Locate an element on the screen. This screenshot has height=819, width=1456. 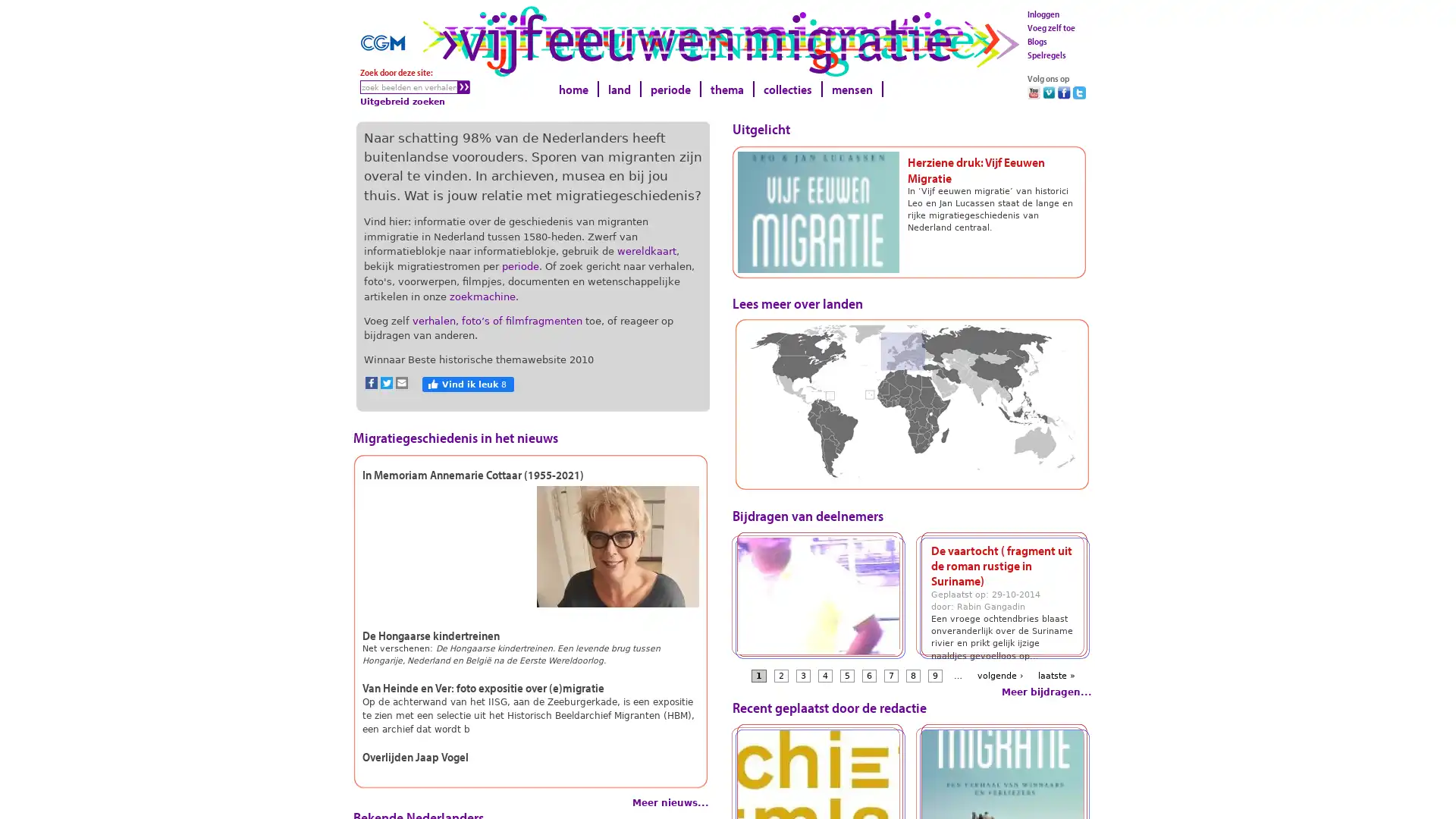
Zoeken is located at coordinates (463, 87).